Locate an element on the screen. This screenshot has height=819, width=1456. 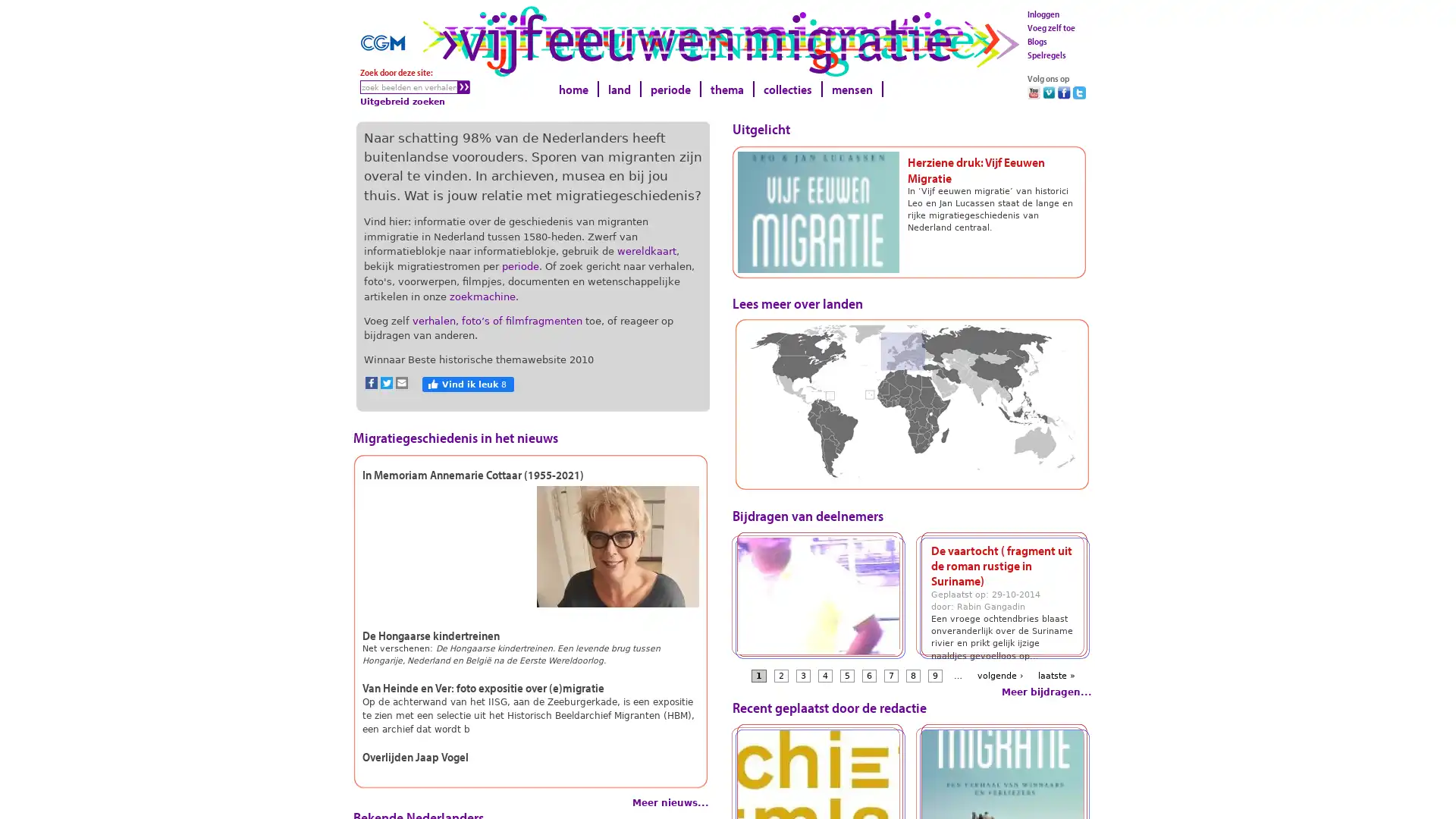
Zoeken is located at coordinates (463, 87).